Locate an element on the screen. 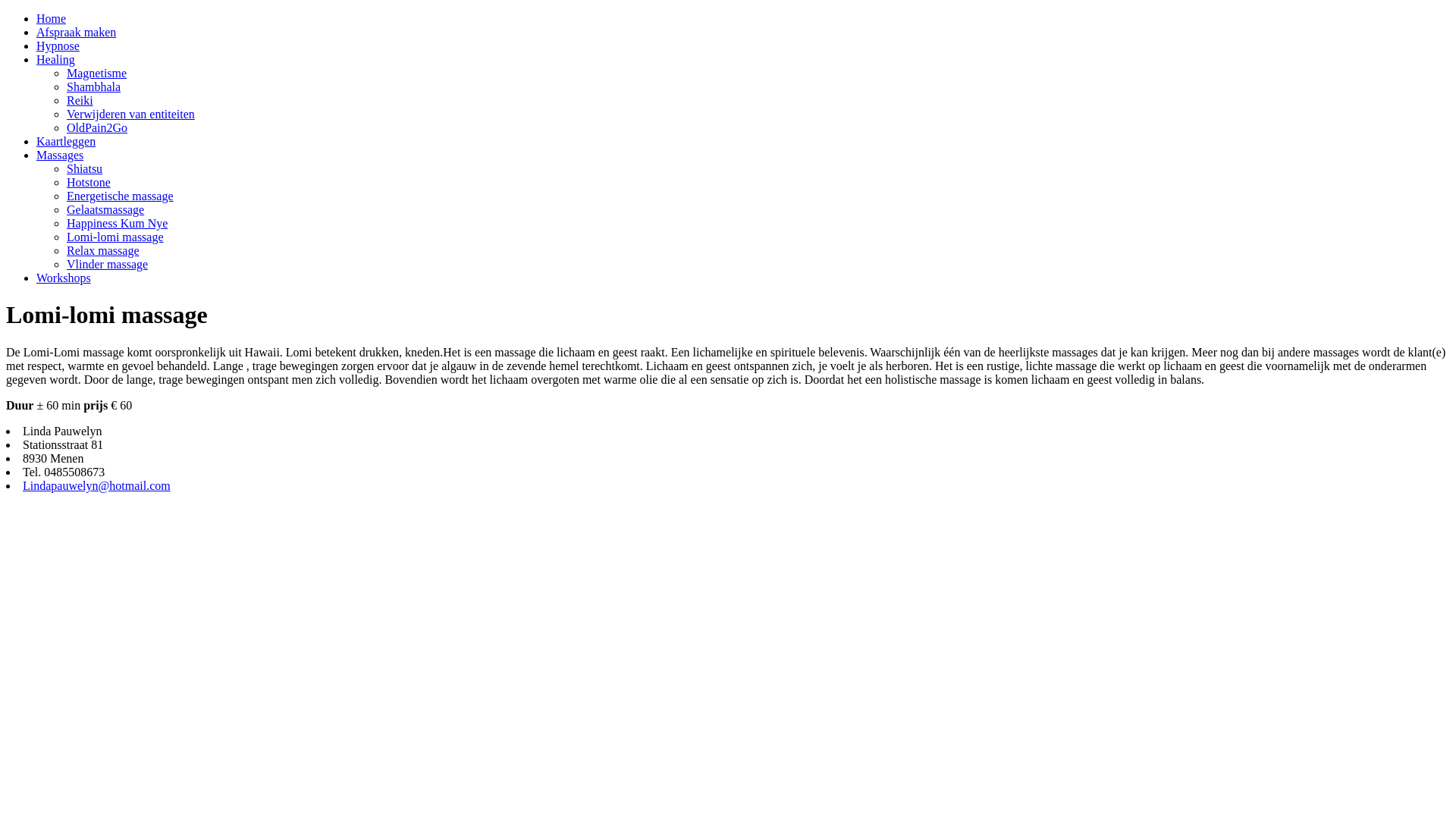  'Energetische massage' is located at coordinates (119, 195).